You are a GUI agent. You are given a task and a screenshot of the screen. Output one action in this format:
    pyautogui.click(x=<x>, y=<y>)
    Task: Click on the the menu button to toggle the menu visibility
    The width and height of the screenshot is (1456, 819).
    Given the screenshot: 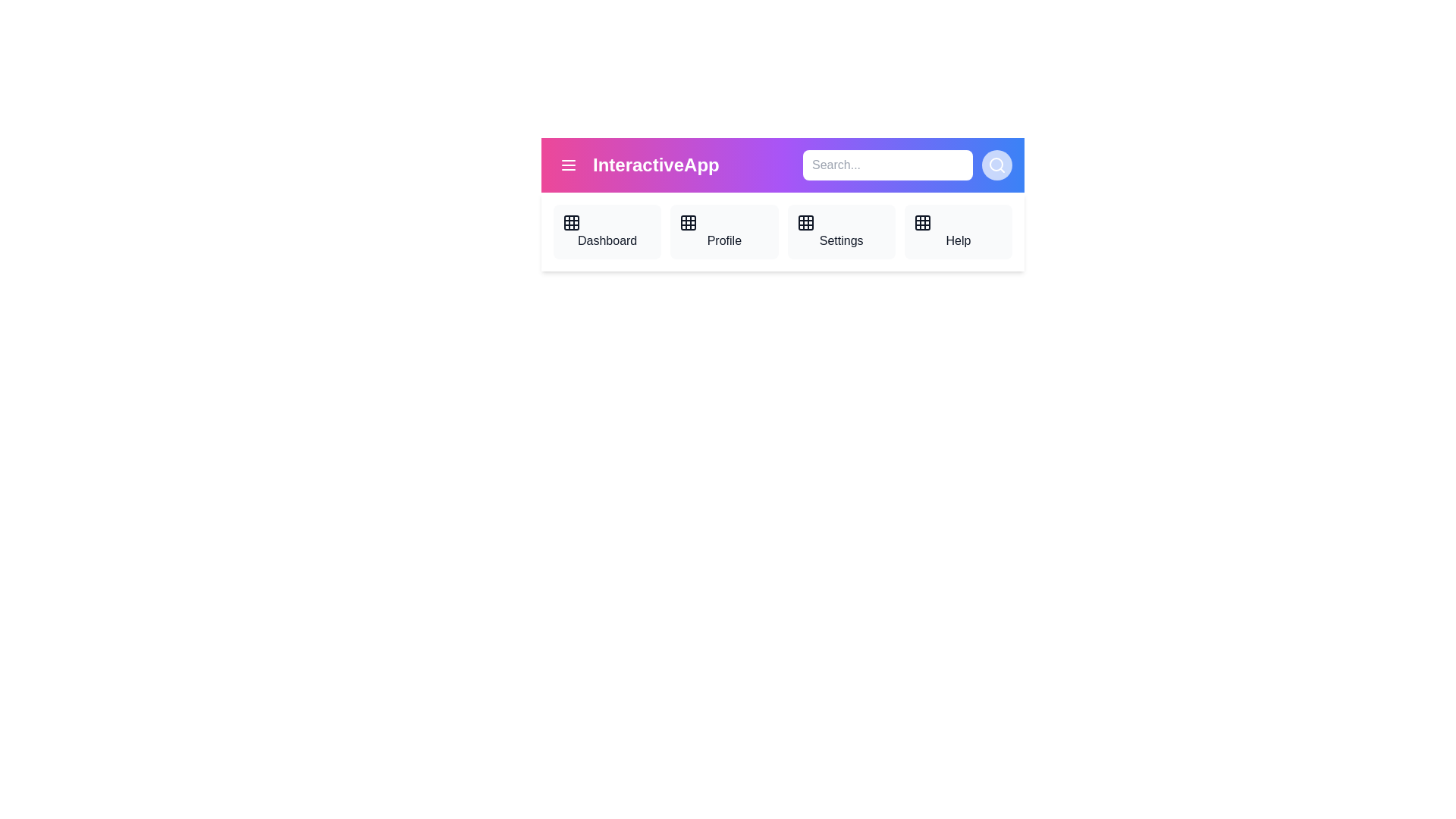 What is the action you would take?
    pyautogui.click(x=567, y=165)
    